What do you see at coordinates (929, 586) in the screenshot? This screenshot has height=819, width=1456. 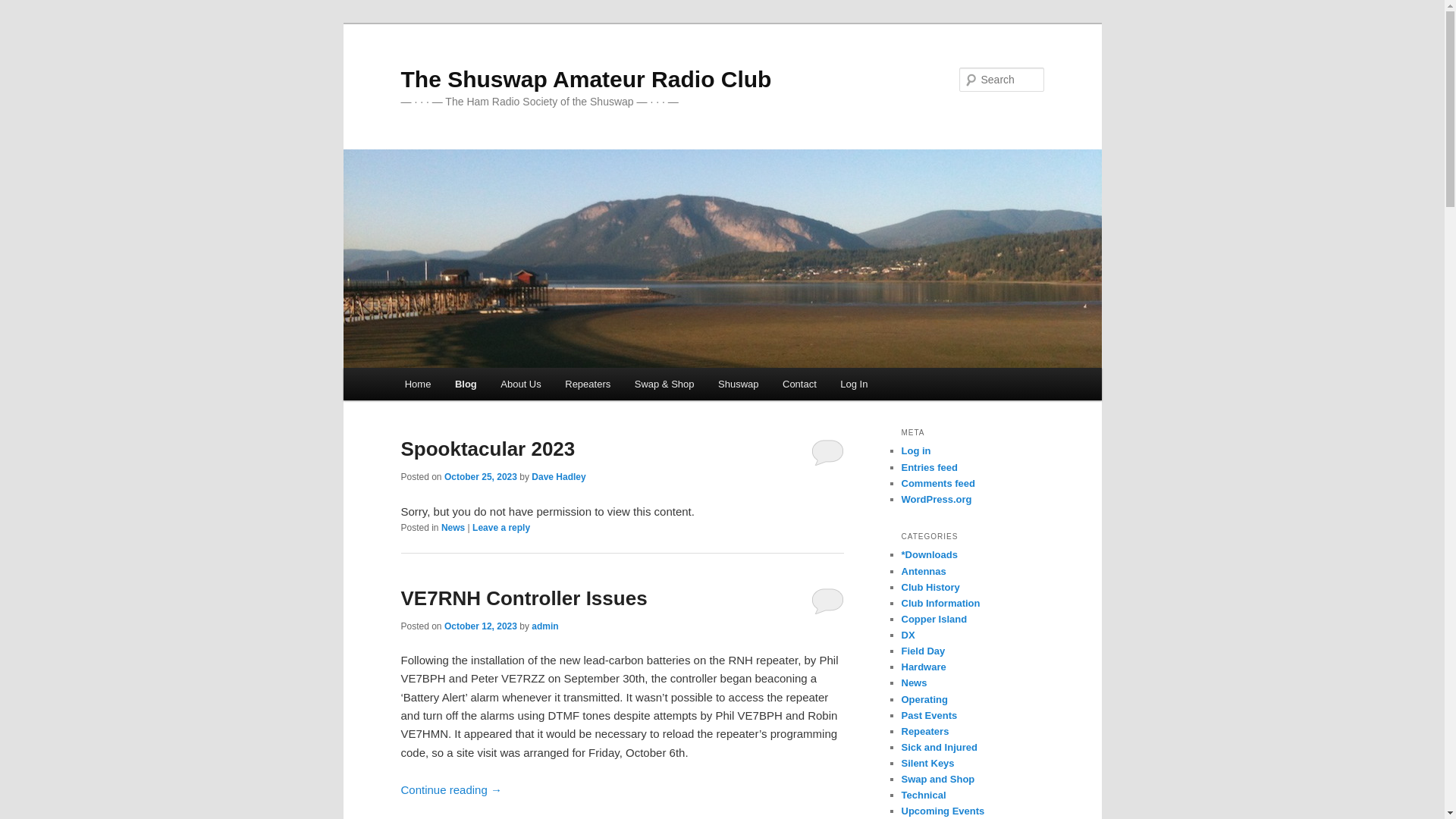 I see `'Club History'` at bounding box center [929, 586].